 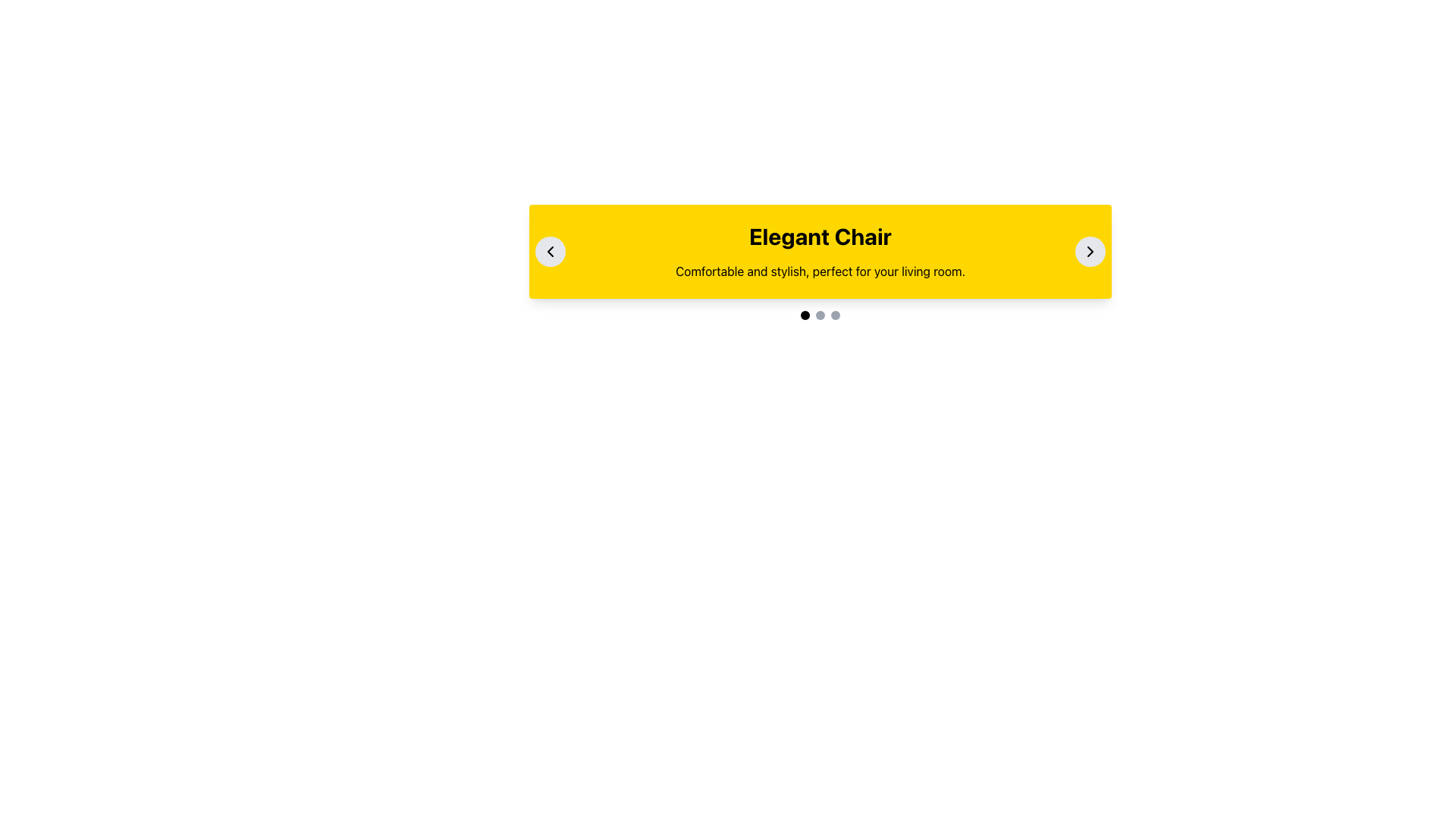 I want to click on the descriptive text element that details the features and suitability of the product, located below the 'Elegant Chair' text, so click(x=819, y=271).